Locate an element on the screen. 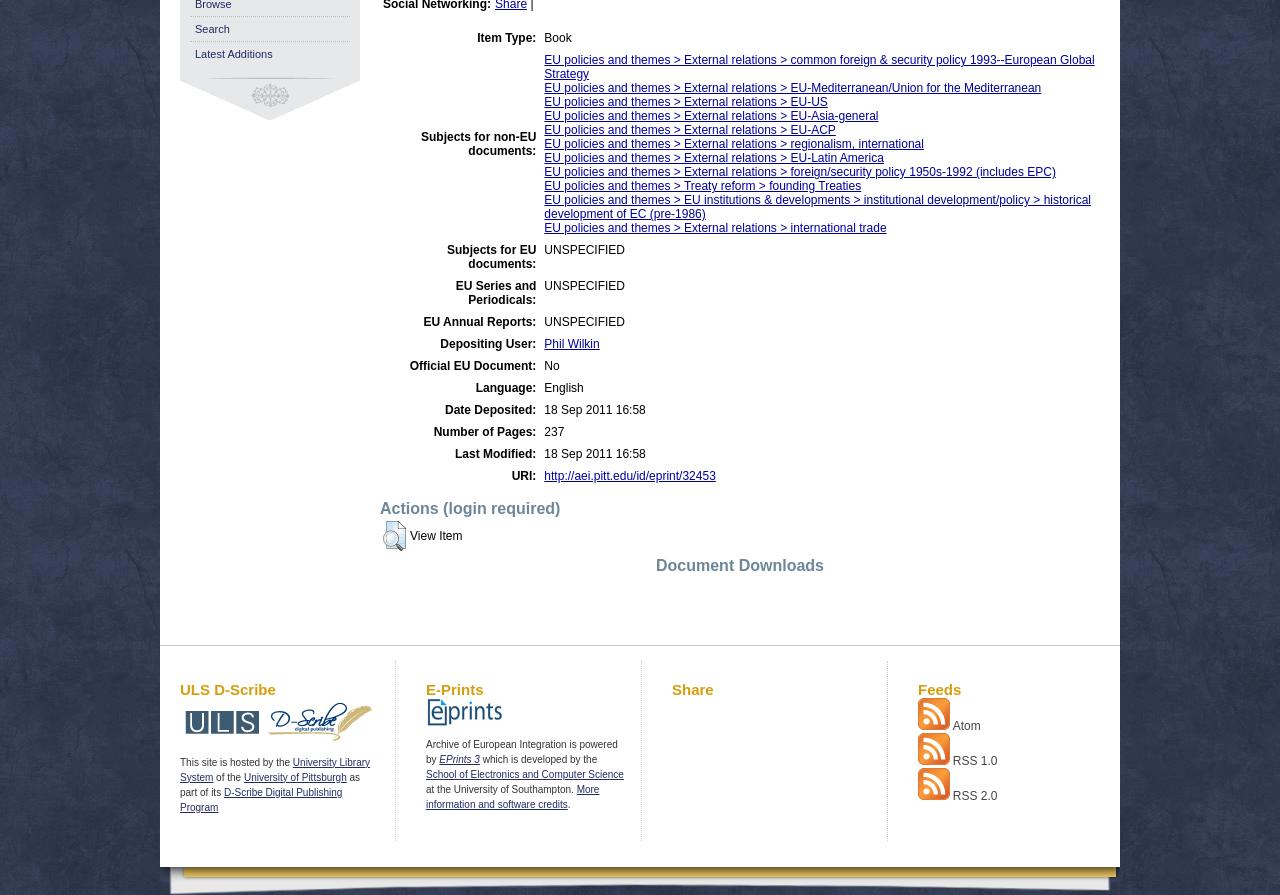 The image size is (1280, 895). 'Feeds' is located at coordinates (938, 687).